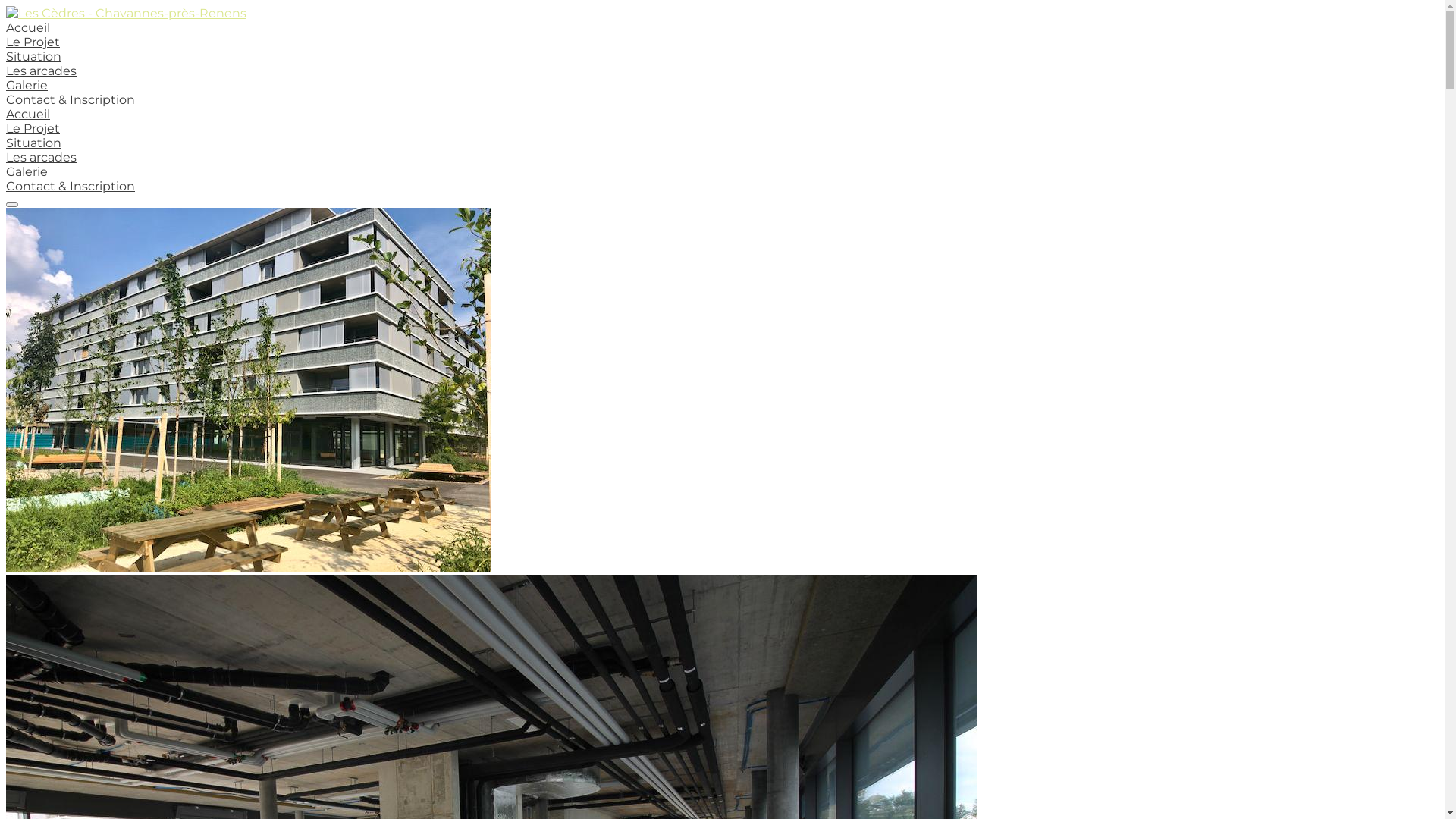 This screenshot has height=819, width=1456. What do you see at coordinates (69, 185) in the screenshot?
I see `'Contact & Inscription'` at bounding box center [69, 185].